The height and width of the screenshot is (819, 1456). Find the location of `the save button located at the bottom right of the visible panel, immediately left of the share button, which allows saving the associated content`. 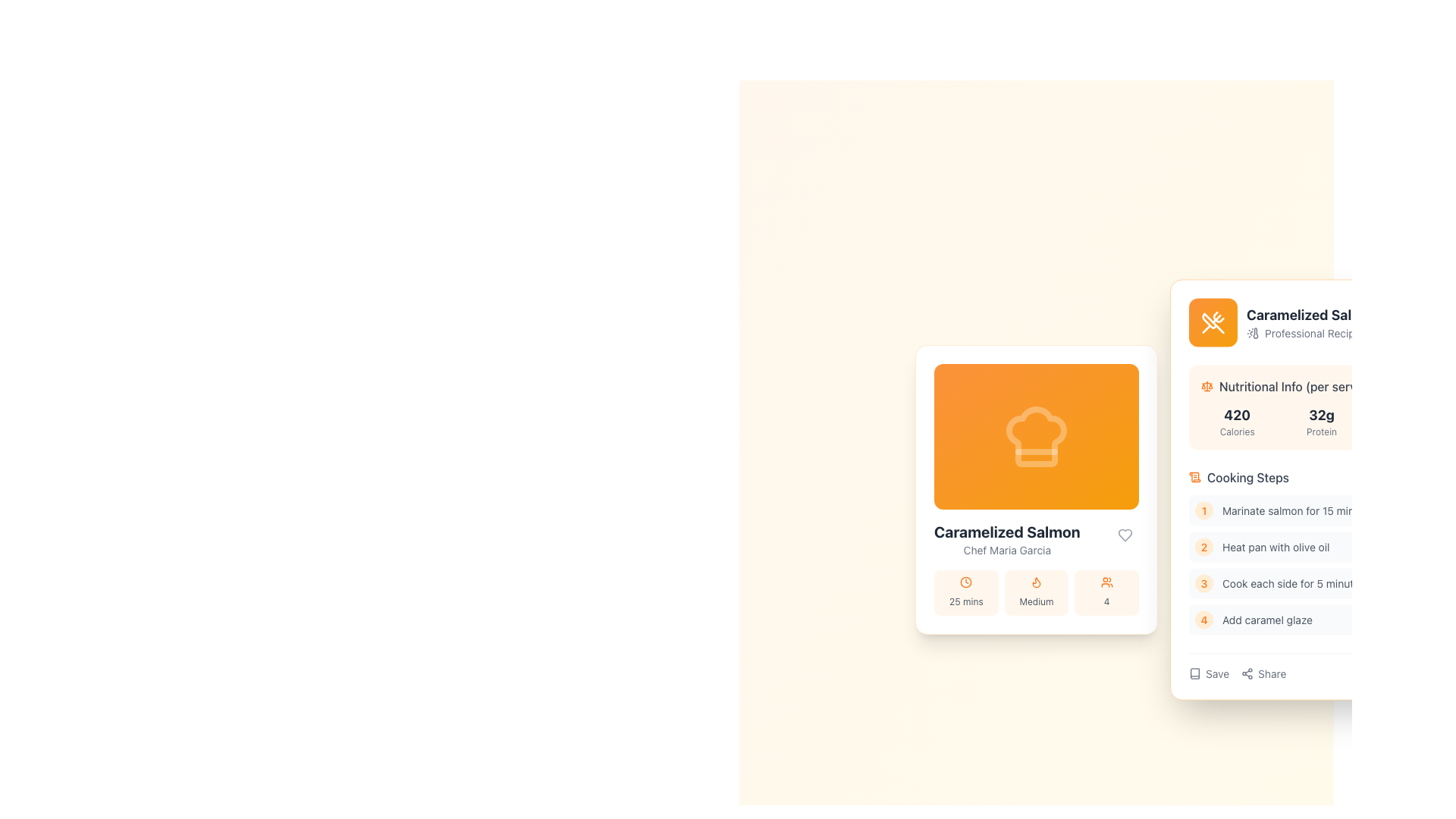

the save button located at the bottom right of the visible panel, immediately left of the share button, which allows saving the associated content is located at coordinates (1208, 673).